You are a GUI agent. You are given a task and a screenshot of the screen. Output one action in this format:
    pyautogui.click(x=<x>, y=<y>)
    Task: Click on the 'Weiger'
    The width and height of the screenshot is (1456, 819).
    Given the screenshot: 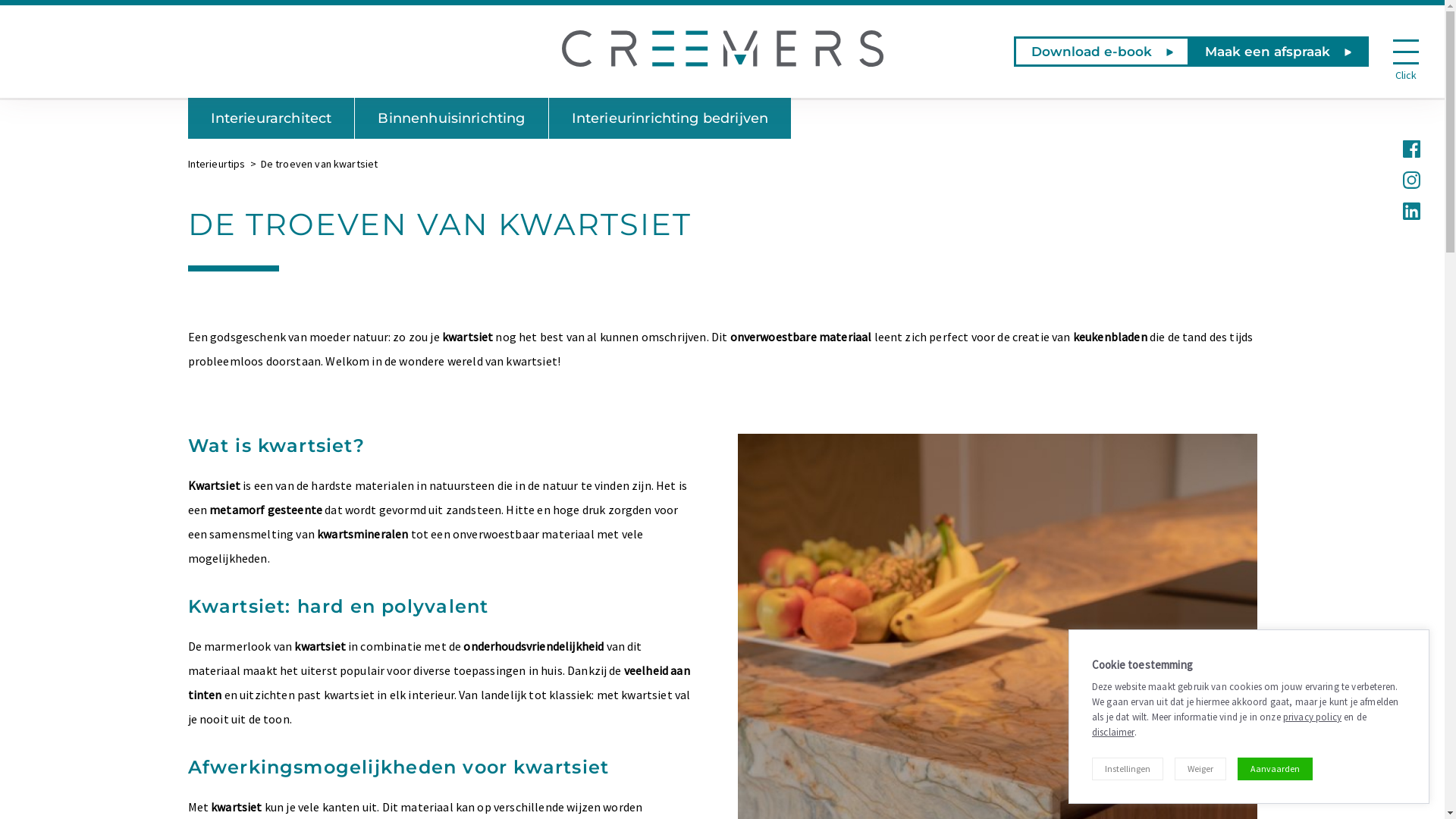 What is the action you would take?
    pyautogui.click(x=1174, y=769)
    